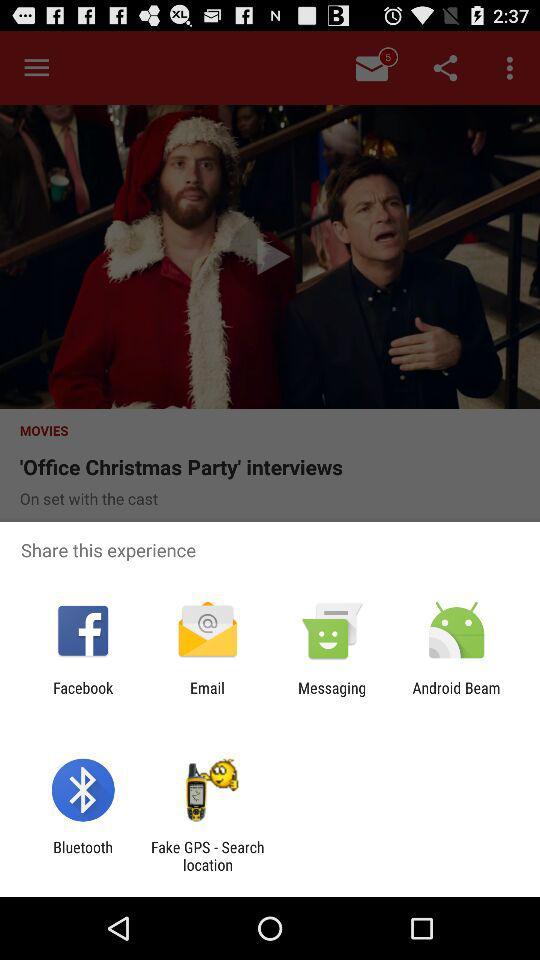 The width and height of the screenshot is (540, 960). What do you see at coordinates (82, 855) in the screenshot?
I see `the app to the left of fake gps search` at bounding box center [82, 855].